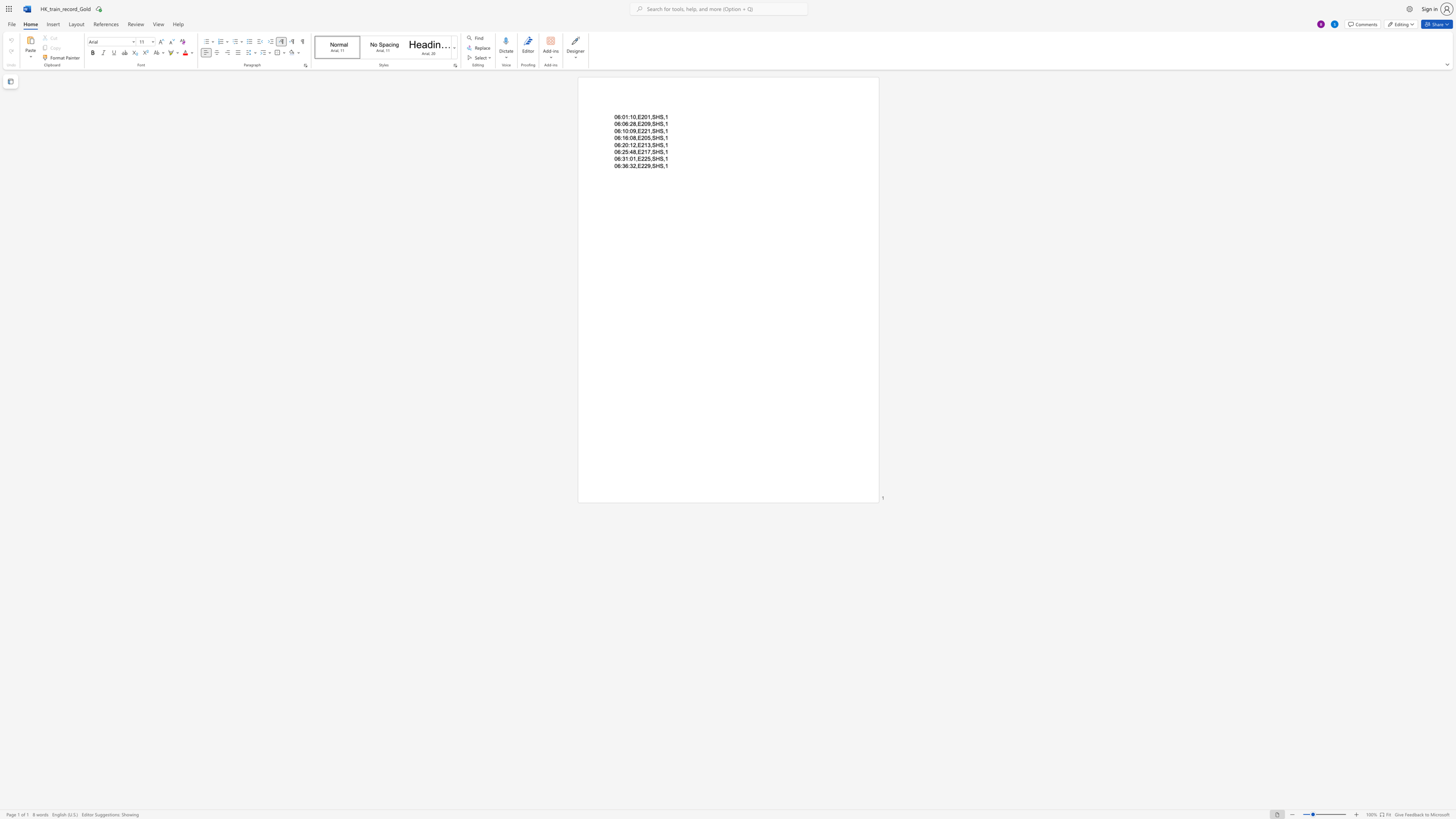  Describe the element at coordinates (626, 165) in the screenshot. I see `the 2th character "6" in the text` at that location.